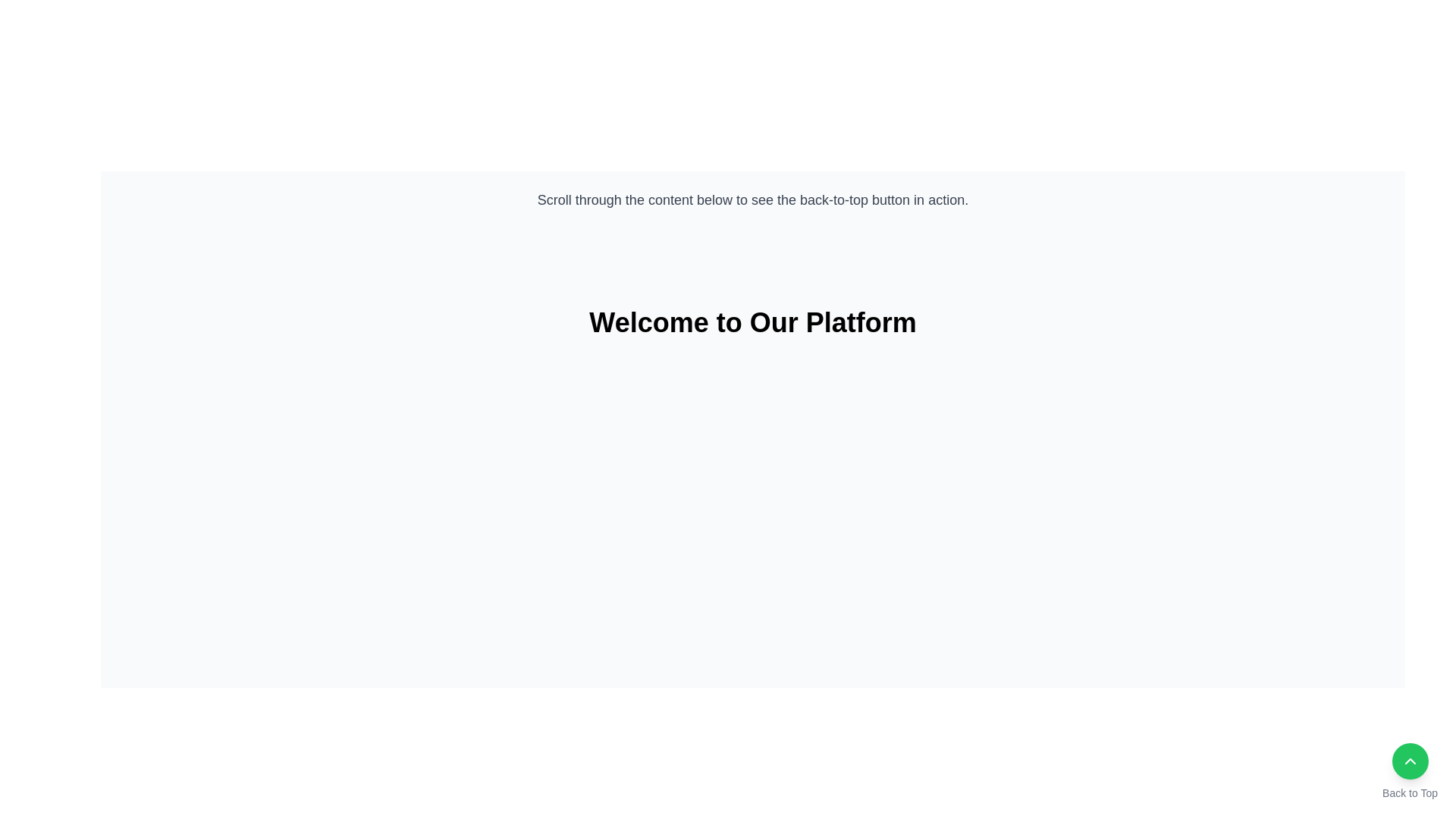  I want to click on instructional text paragraph that provides information on how to interact with the page to see the 'back-to-top' button feature, positioned above the 'Welcome to Our Platform' header, so click(753, 199).